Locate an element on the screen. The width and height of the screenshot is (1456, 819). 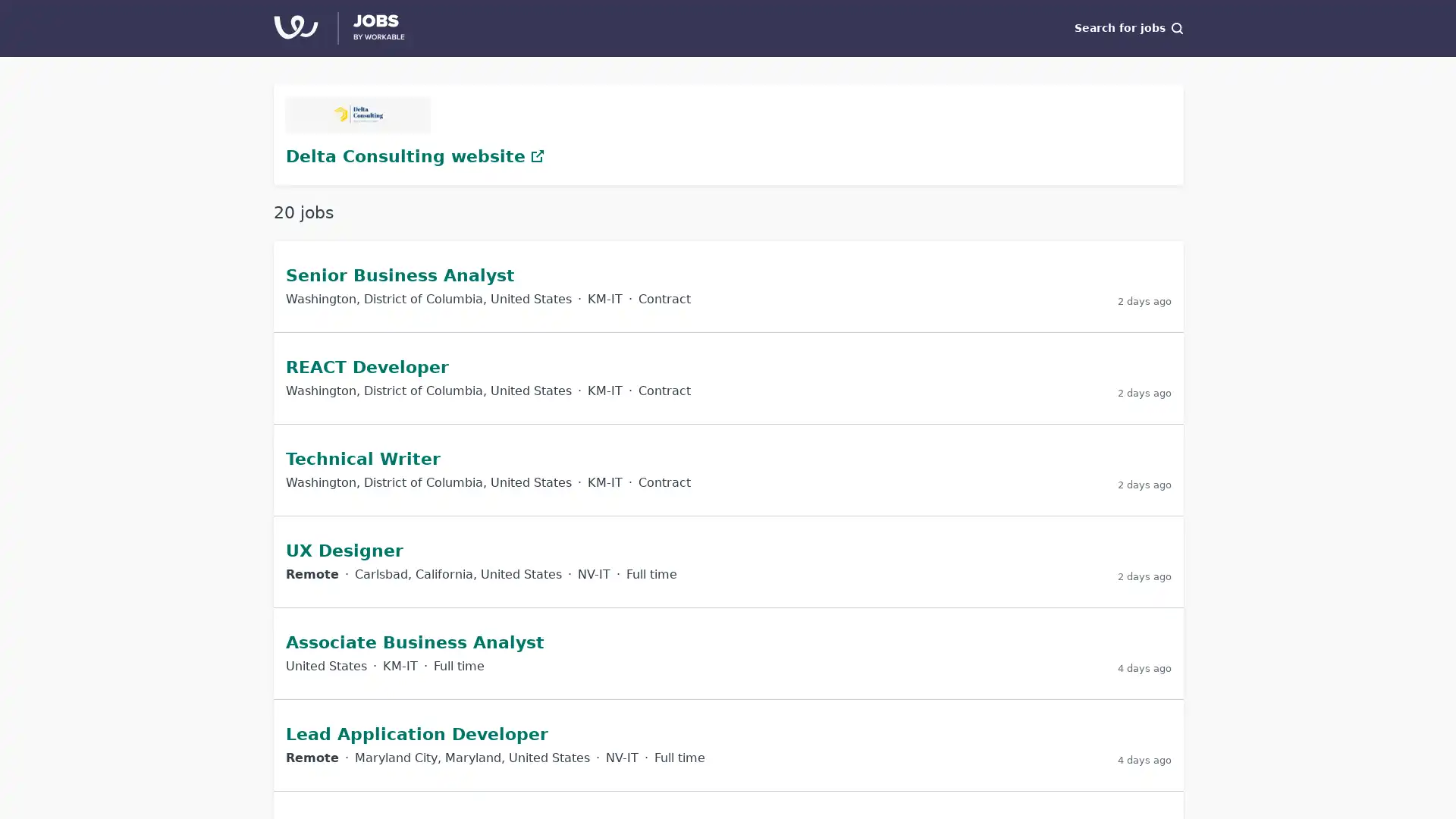
Lead Application Developer is located at coordinates (417, 733).